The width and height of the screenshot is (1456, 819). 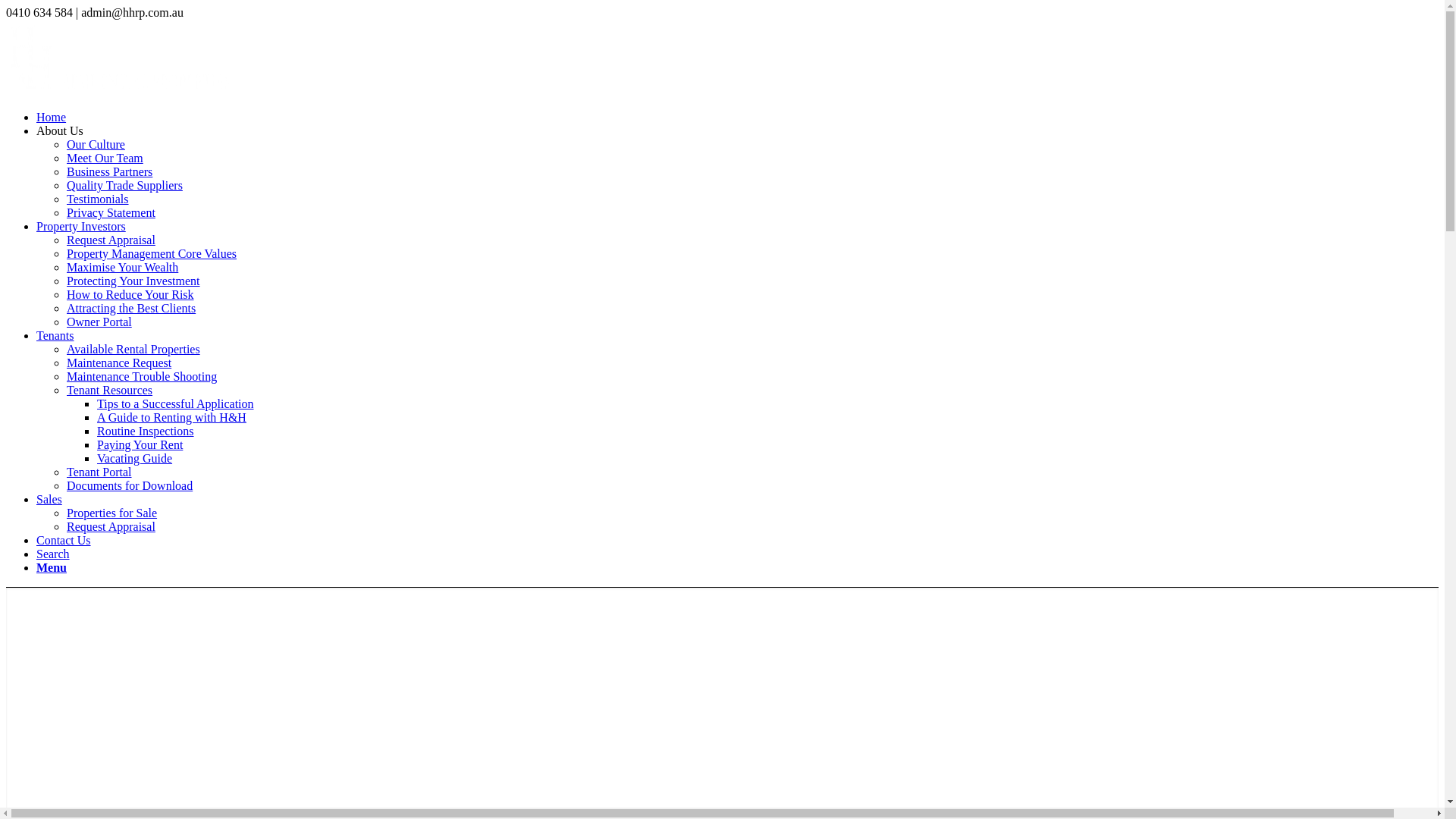 I want to click on 'Attracting the Best Clients', so click(x=130, y=307).